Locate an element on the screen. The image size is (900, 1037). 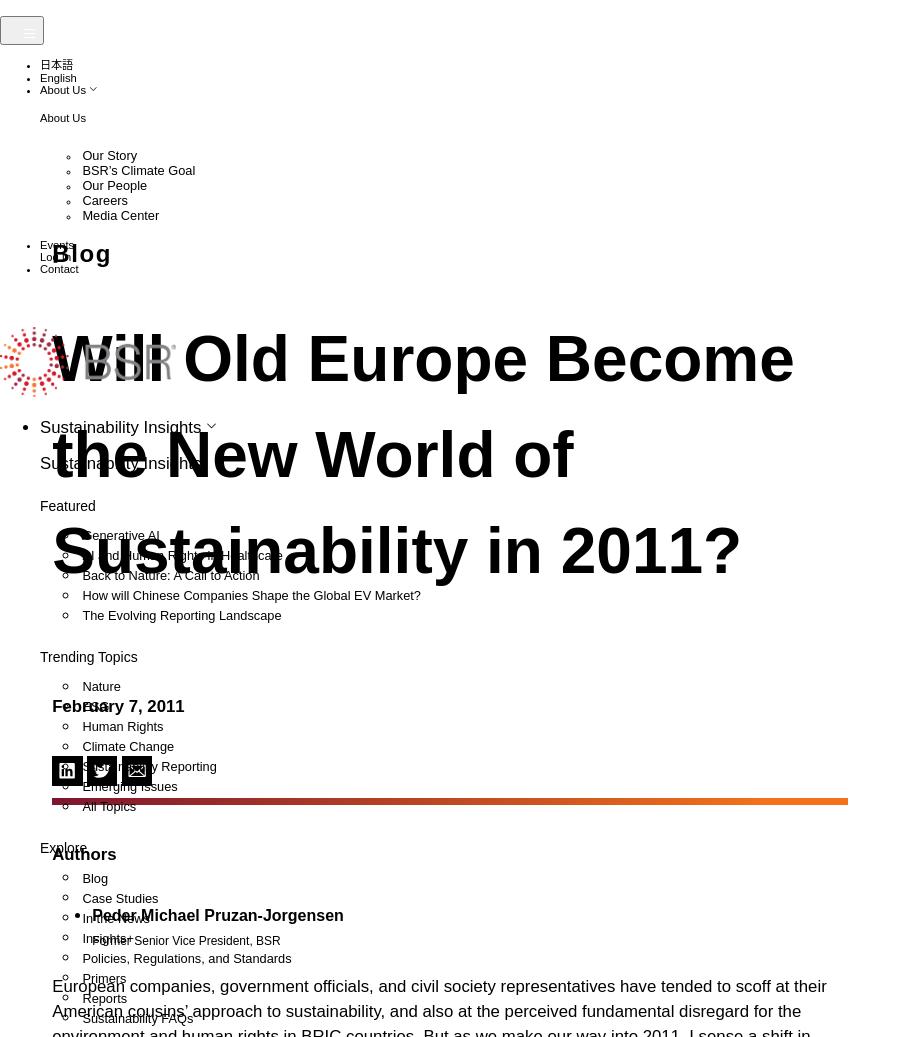
'Guangzhou' is located at coordinates (120, 465).